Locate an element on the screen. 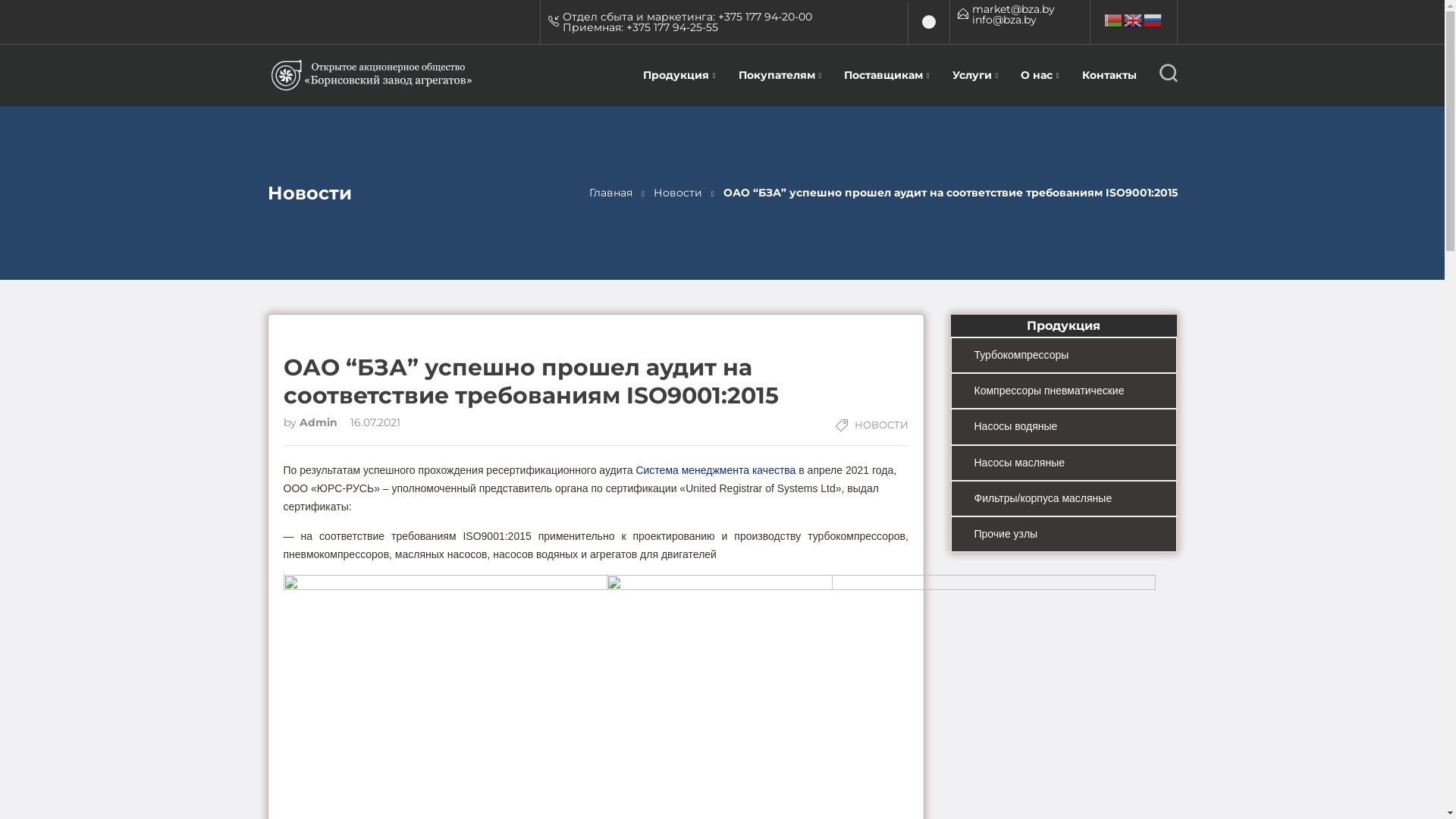  'English' is located at coordinates (1133, 20).